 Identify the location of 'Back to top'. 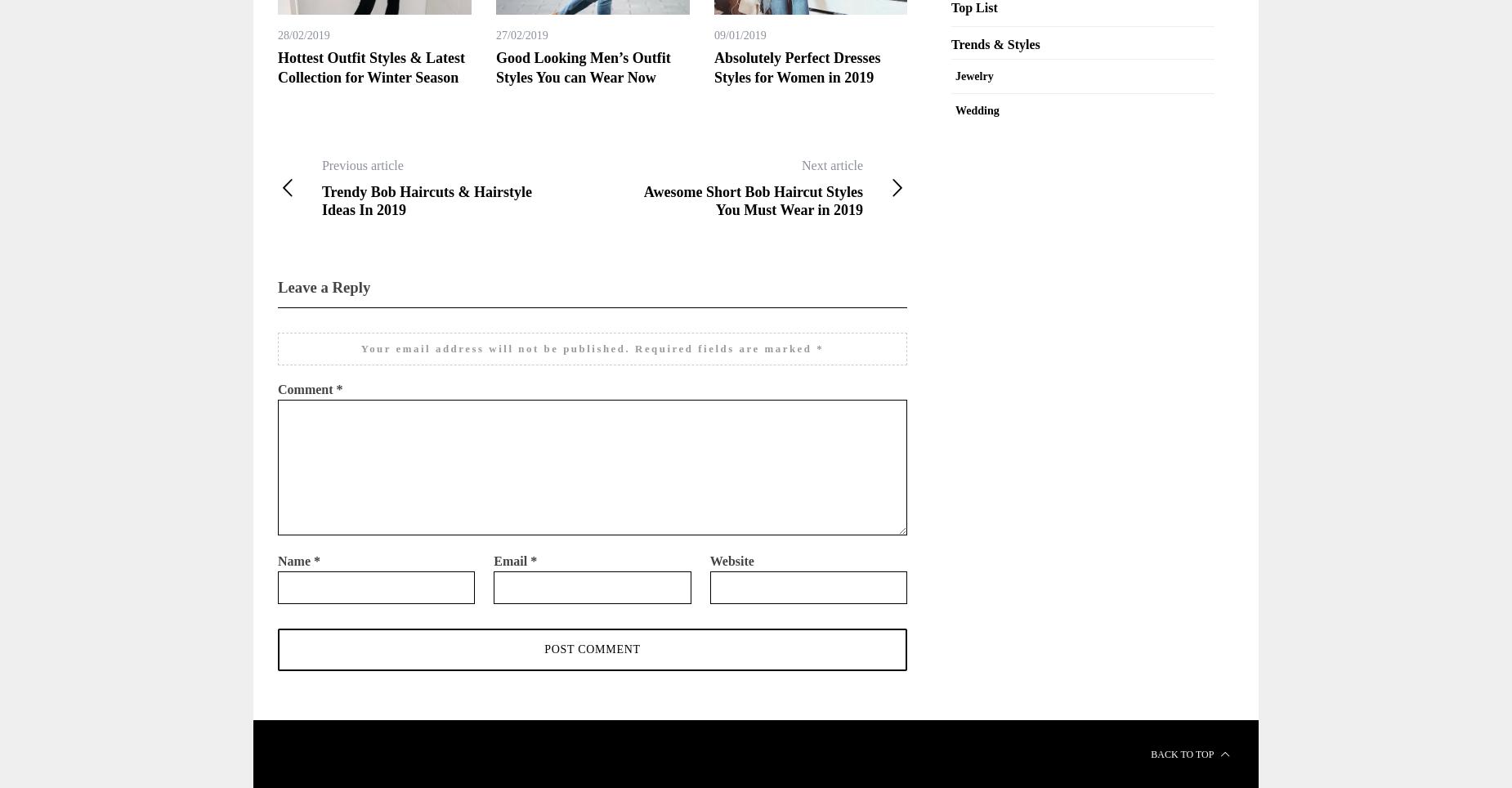
(1183, 752).